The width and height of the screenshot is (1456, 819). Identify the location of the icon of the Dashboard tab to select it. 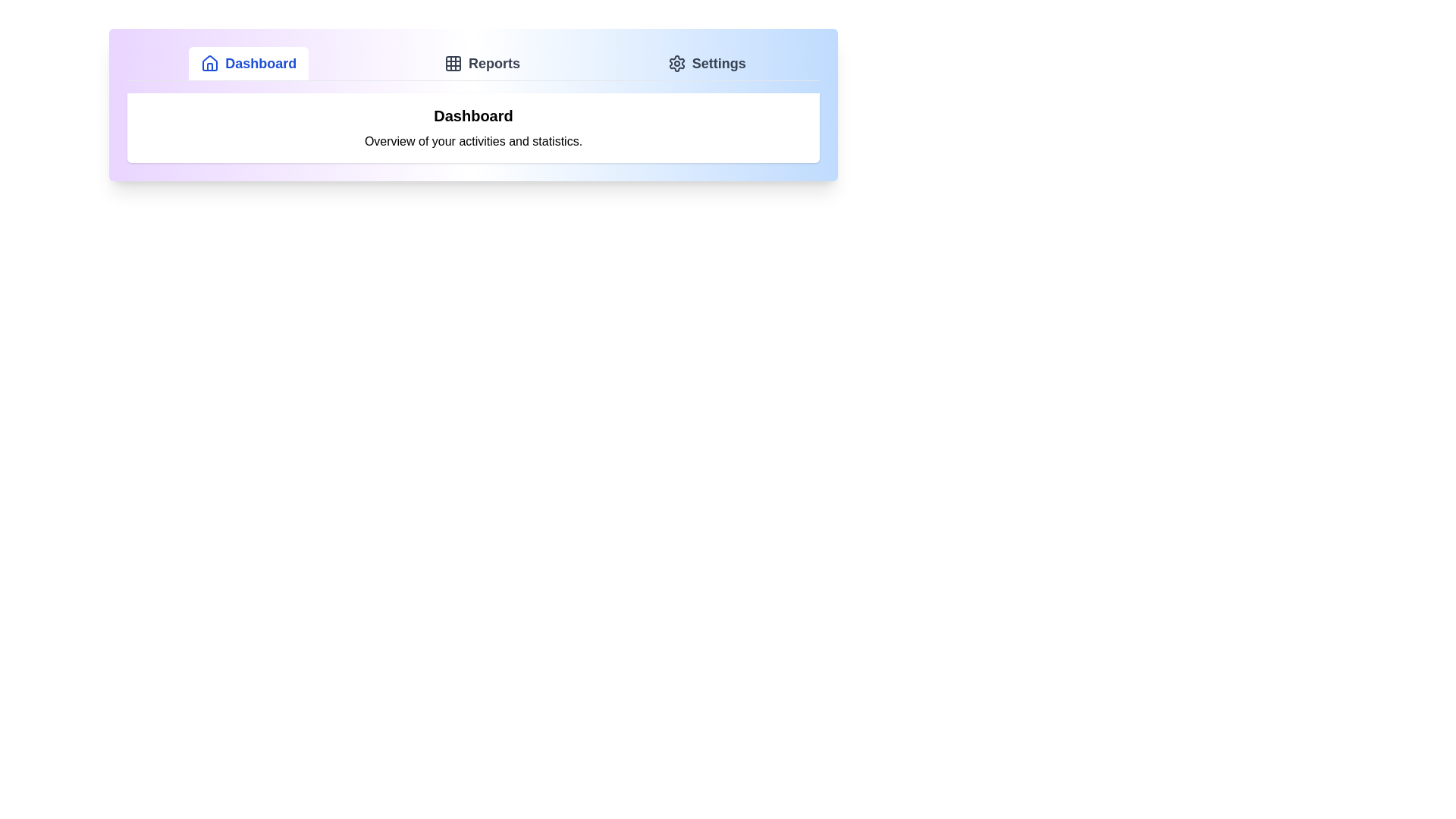
(209, 63).